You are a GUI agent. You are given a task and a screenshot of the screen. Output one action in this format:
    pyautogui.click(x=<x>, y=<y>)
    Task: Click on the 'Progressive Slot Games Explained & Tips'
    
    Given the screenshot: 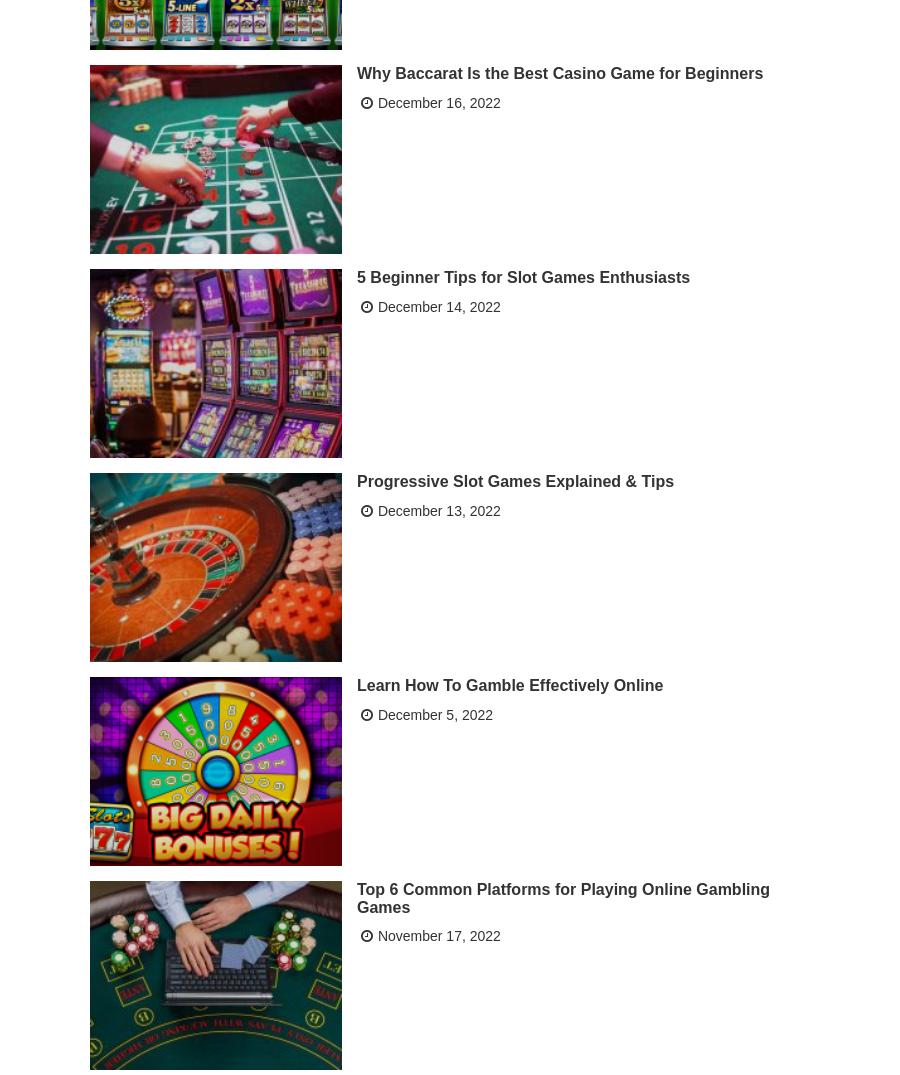 What is the action you would take?
    pyautogui.click(x=514, y=479)
    